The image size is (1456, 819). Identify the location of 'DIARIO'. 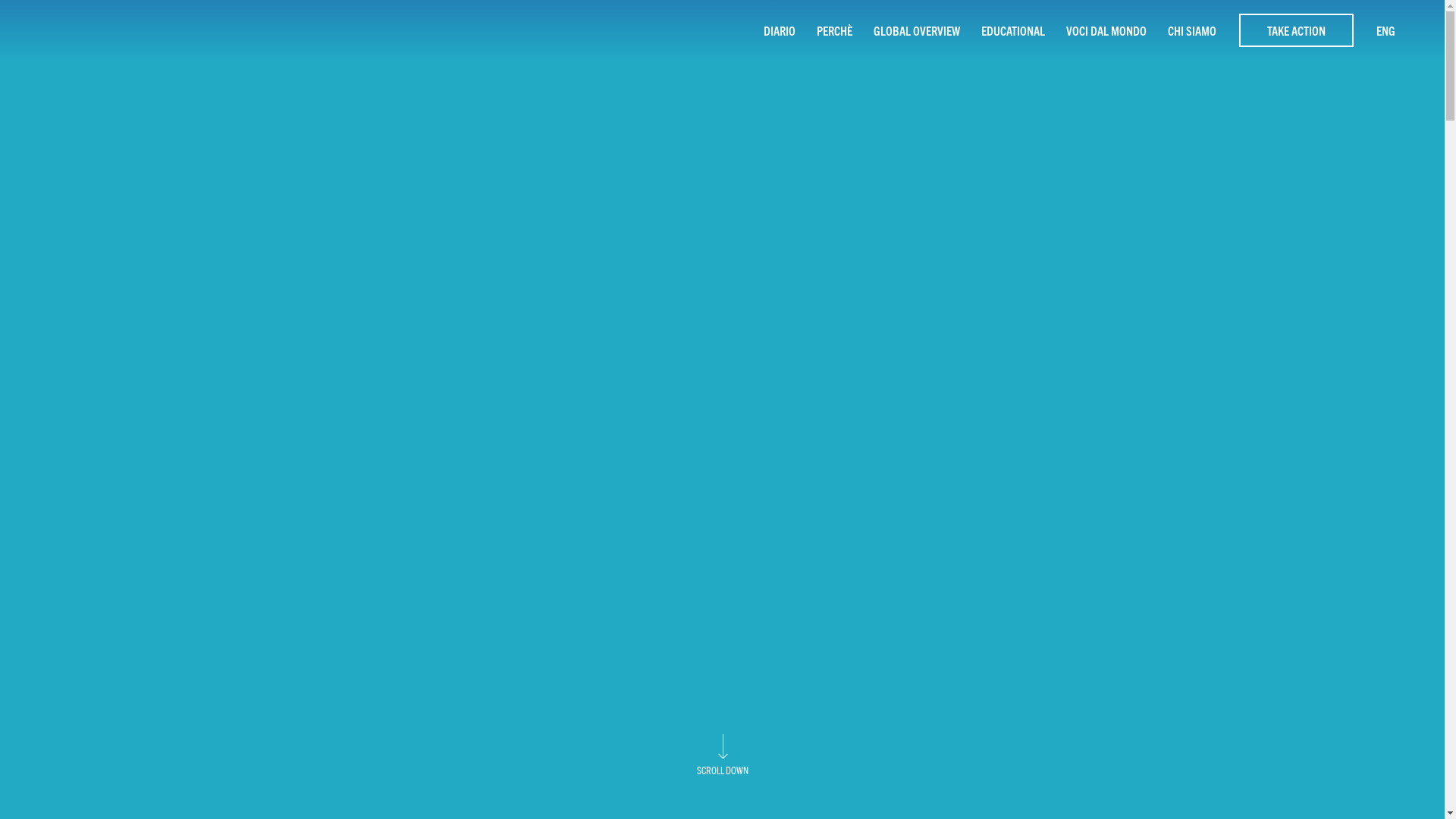
(764, 30).